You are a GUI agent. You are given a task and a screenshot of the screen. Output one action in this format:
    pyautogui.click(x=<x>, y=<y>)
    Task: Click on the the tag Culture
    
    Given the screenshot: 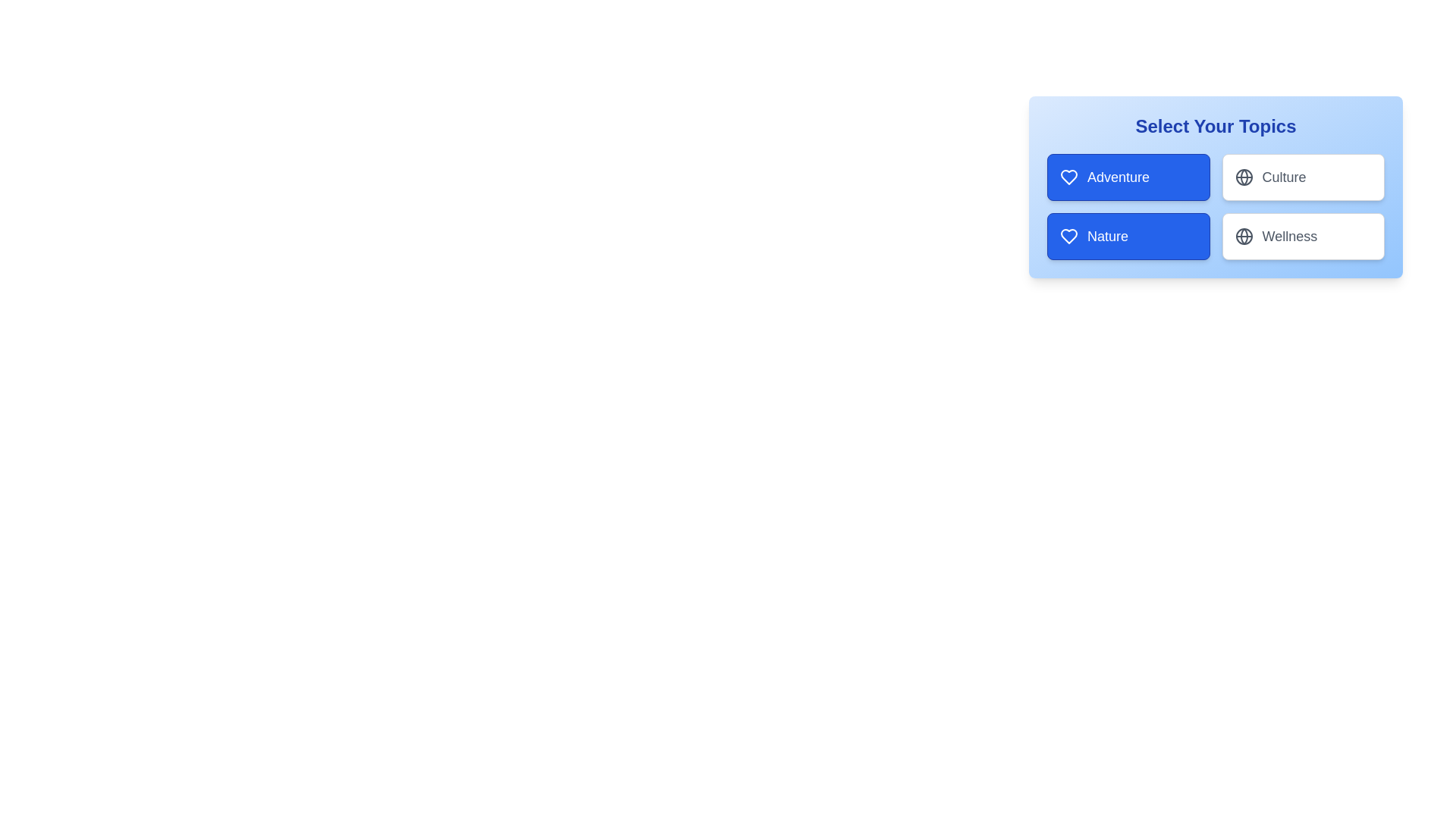 What is the action you would take?
    pyautogui.click(x=1302, y=177)
    